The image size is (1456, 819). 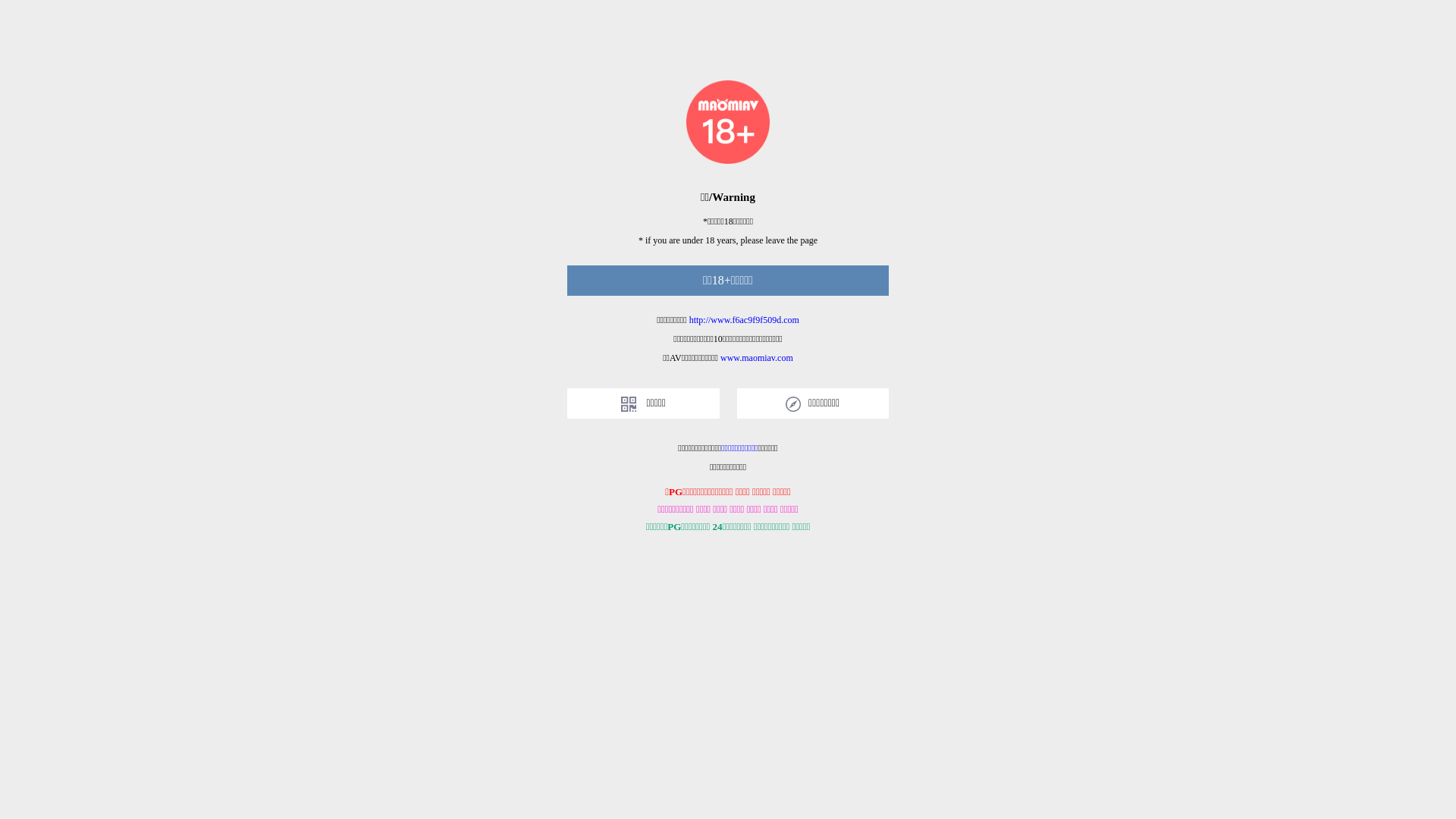 I want to click on 'www.maomiav.com', so click(x=757, y=357).